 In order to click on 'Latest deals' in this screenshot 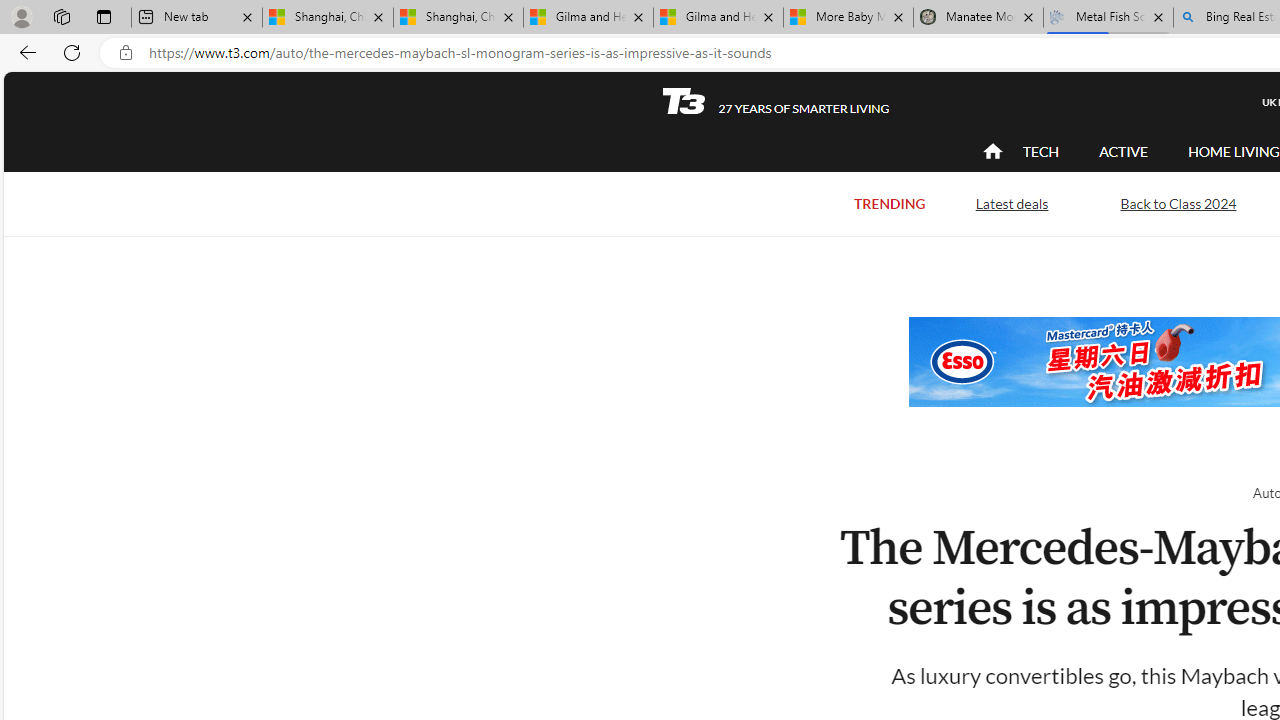, I will do `click(1011, 204)`.